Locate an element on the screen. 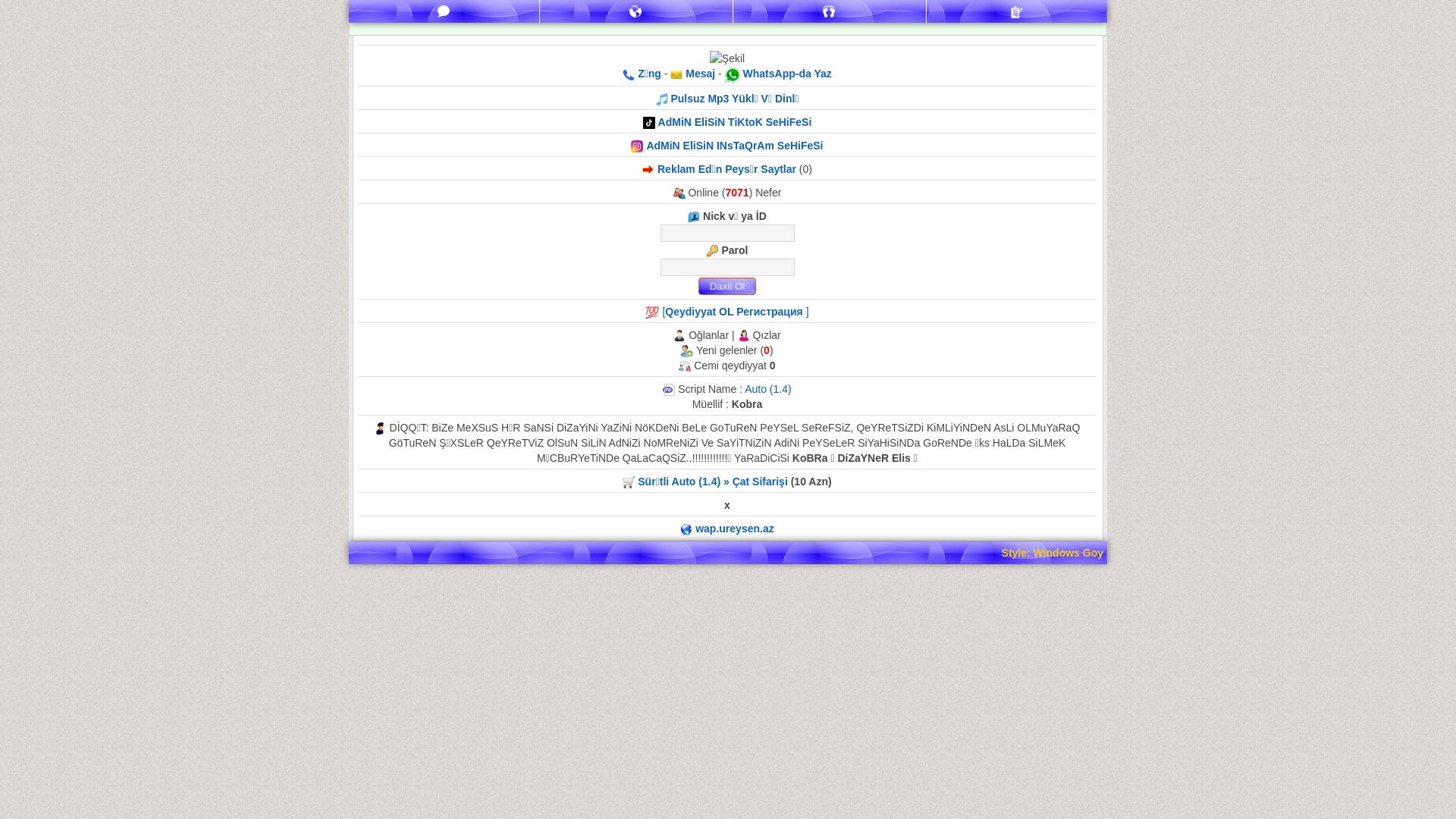  '(7071)' is located at coordinates (739, 192).